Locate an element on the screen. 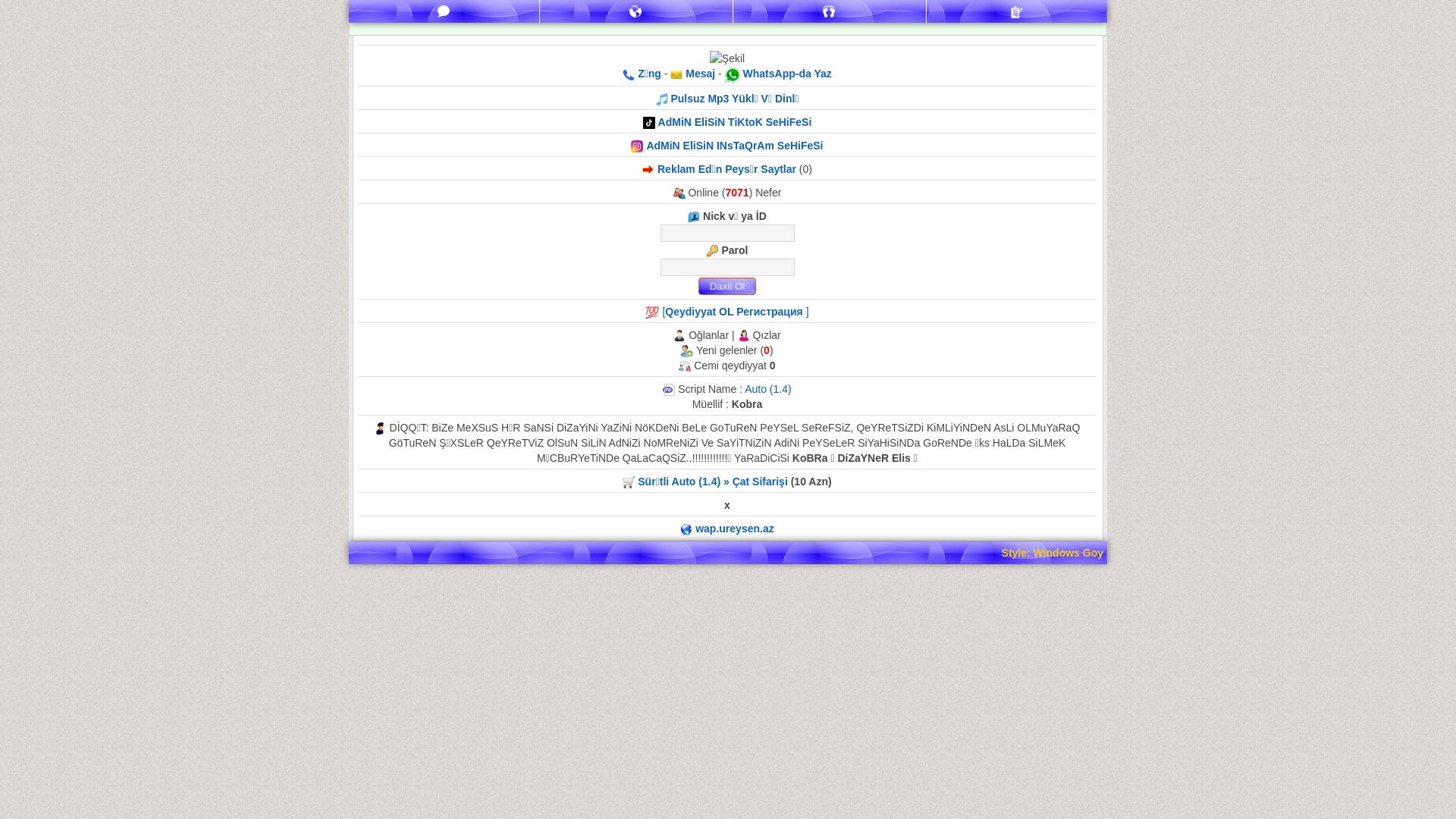  '(7071)' is located at coordinates (739, 192).